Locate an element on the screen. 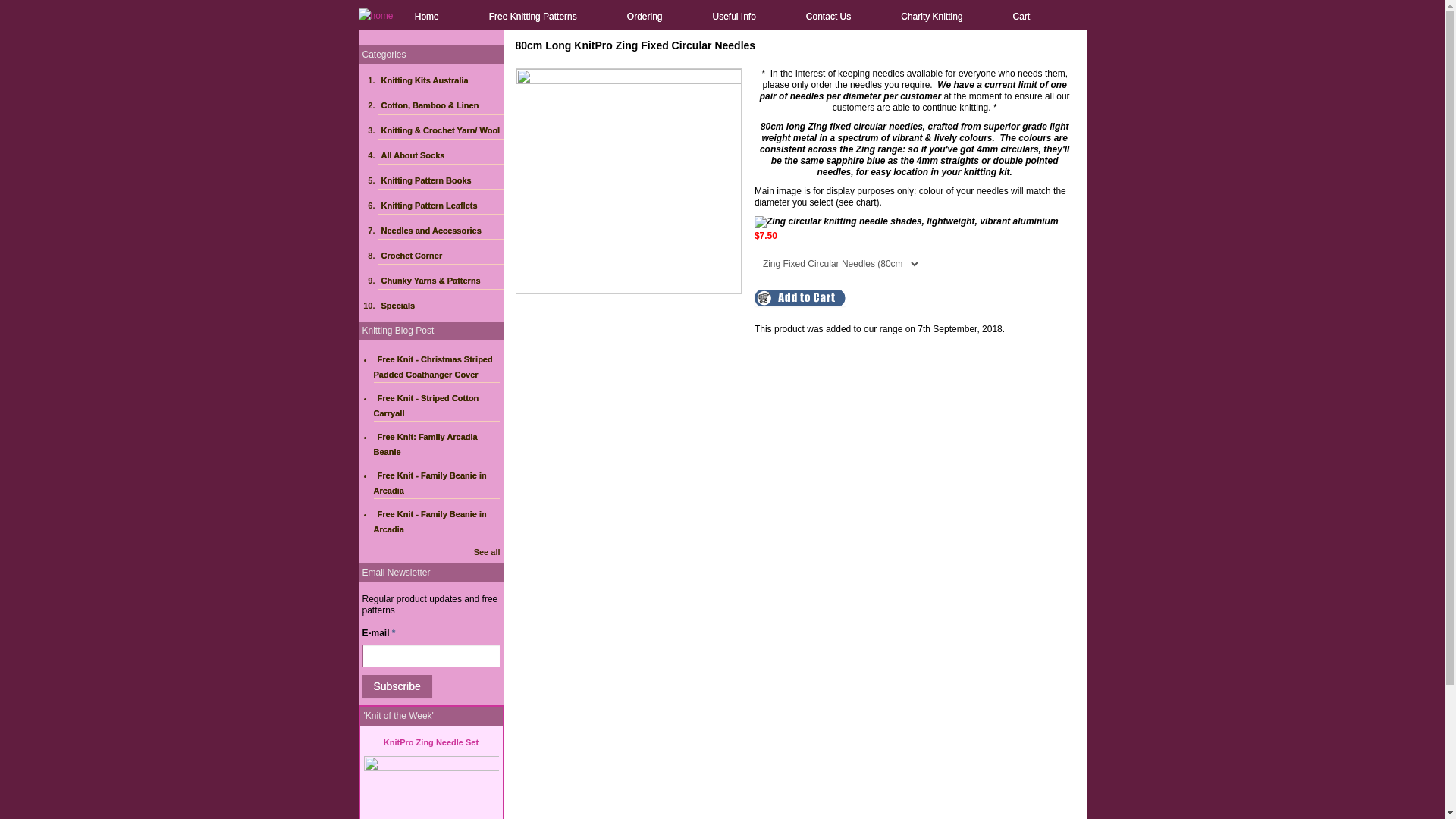  'Free Knit - Striped Cotton Carryall' is located at coordinates (425, 405).